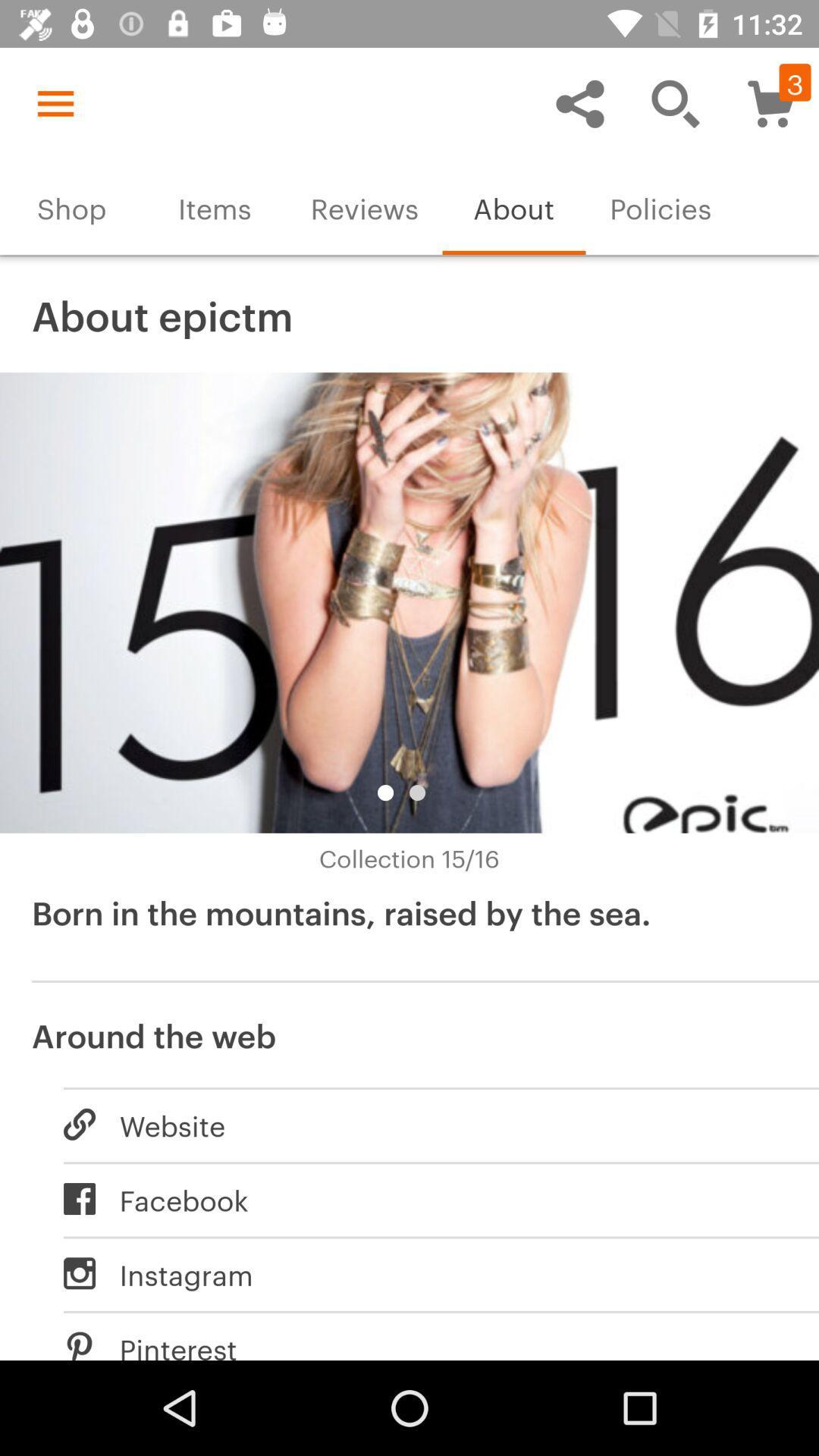 The width and height of the screenshot is (819, 1456). I want to click on the icon below the born in the, so click(409, 1033).